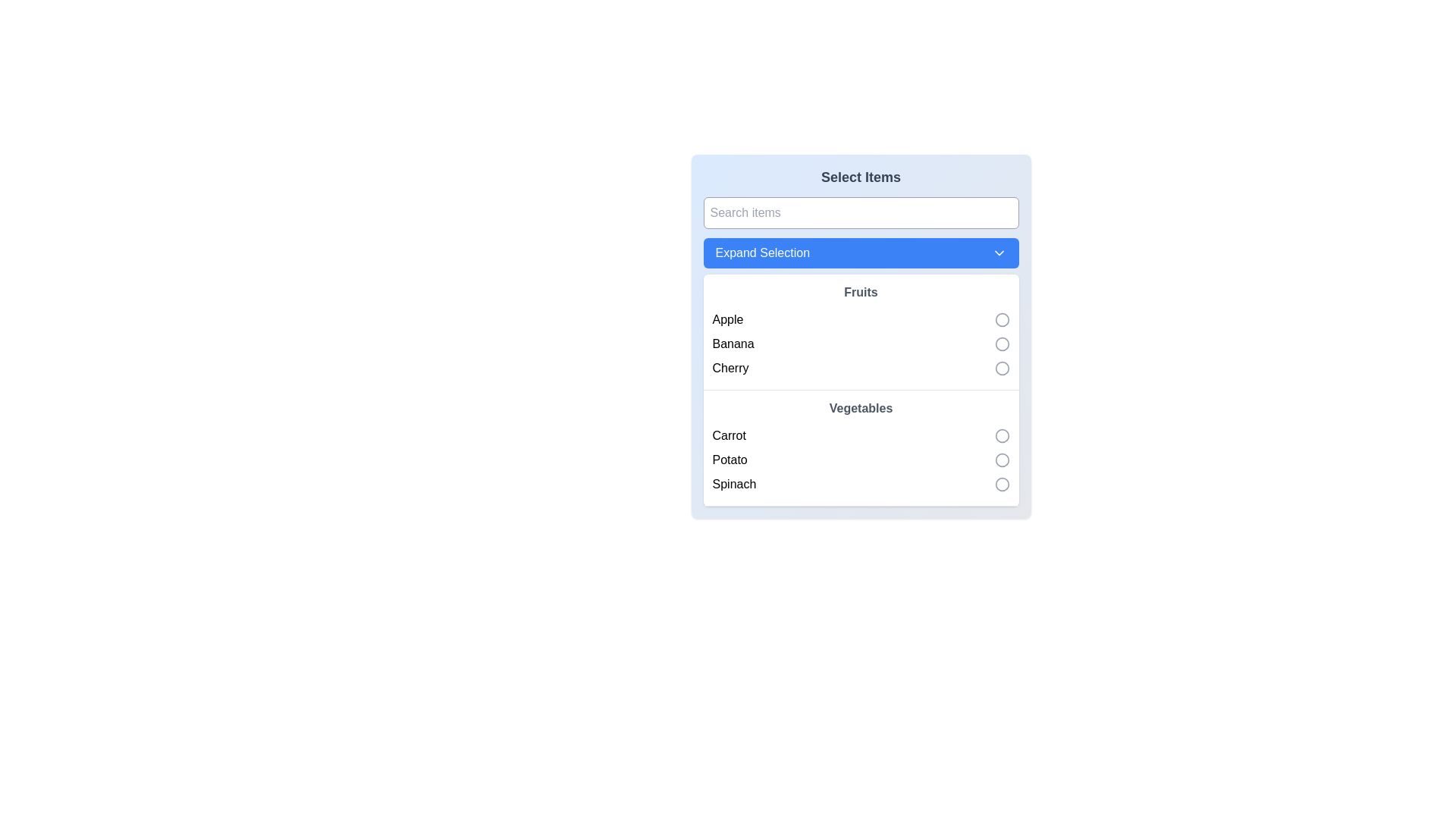 This screenshot has width=1456, height=819. What do you see at coordinates (1002, 485) in the screenshot?
I see `the circular radio button located to the right of the label 'Spinach' in the 'Vegetables' section` at bounding box center [1002, 485].